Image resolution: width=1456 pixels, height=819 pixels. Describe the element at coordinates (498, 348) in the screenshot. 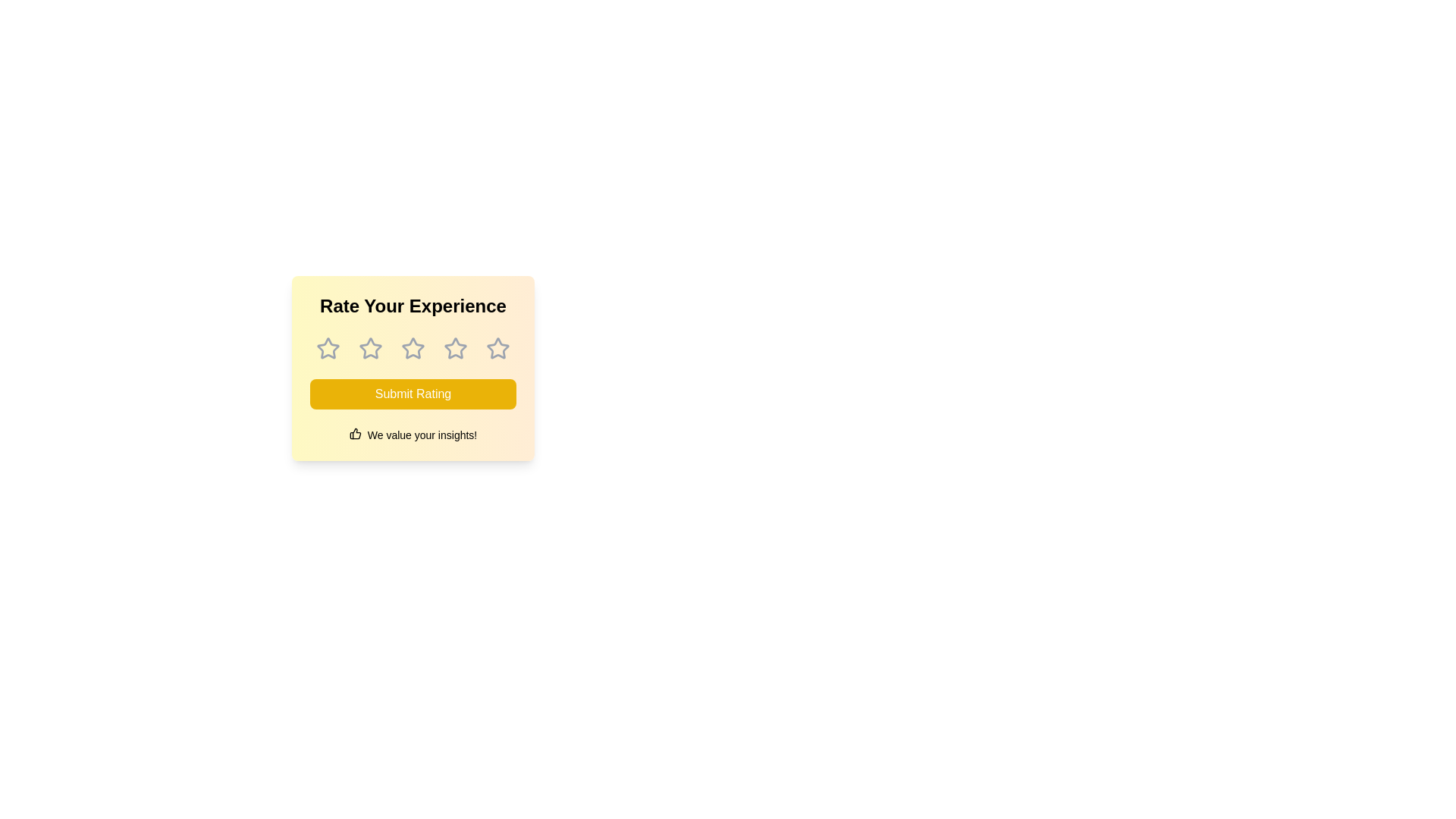

I see `the fifth star icon in the rating control interface` at that location.